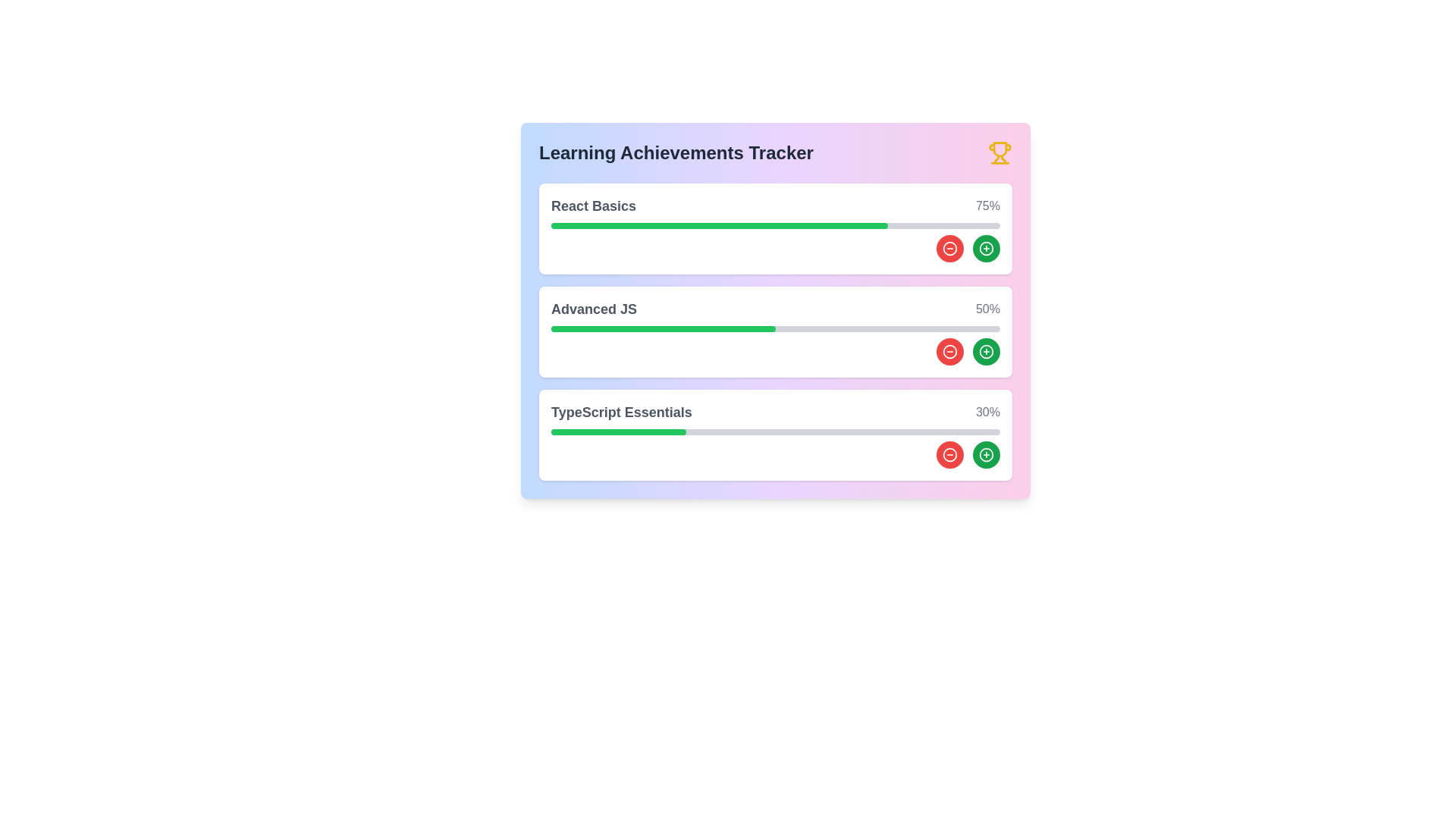 The width and height of the screenshot is (1456, 819). Describe the element at coordinates (986, 454) in the screenshot. I see `the button located on the right side of the UI panel within the 'TypeScript Essentials' row` at that location.